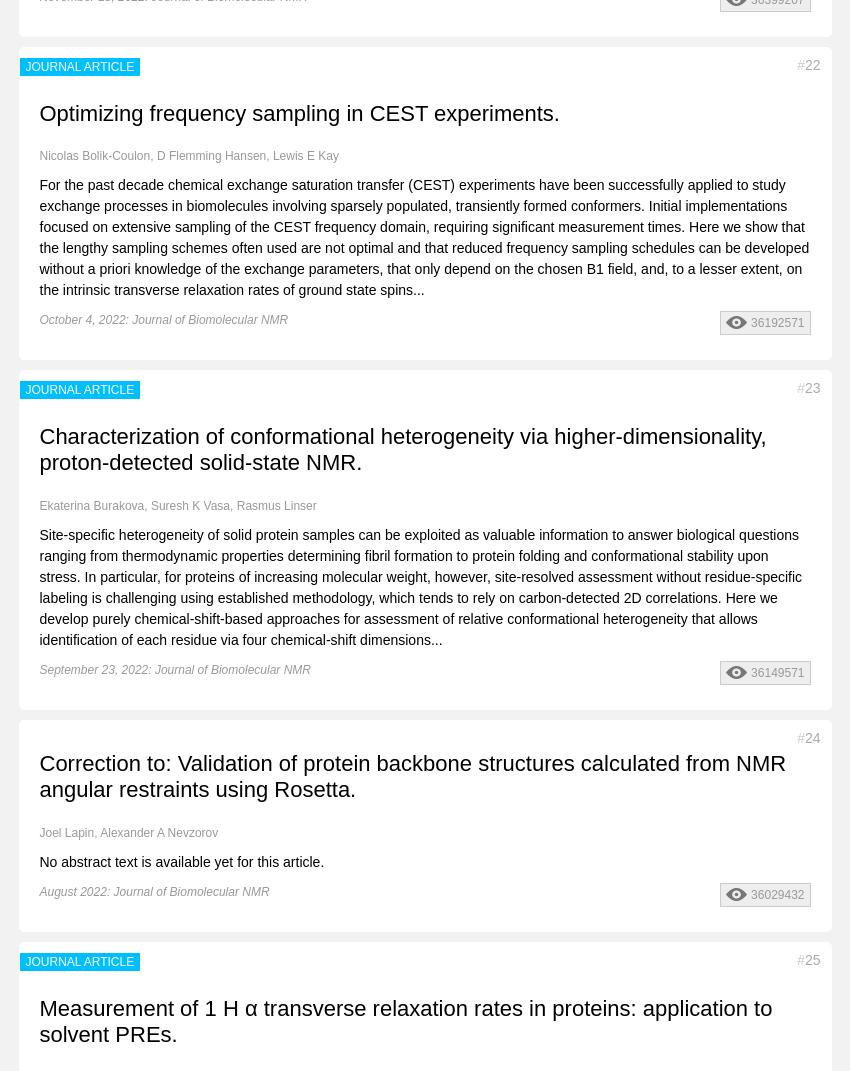  Describe the element at coordinates (803, 957) in the screenshot. I see `'25'` at that location.